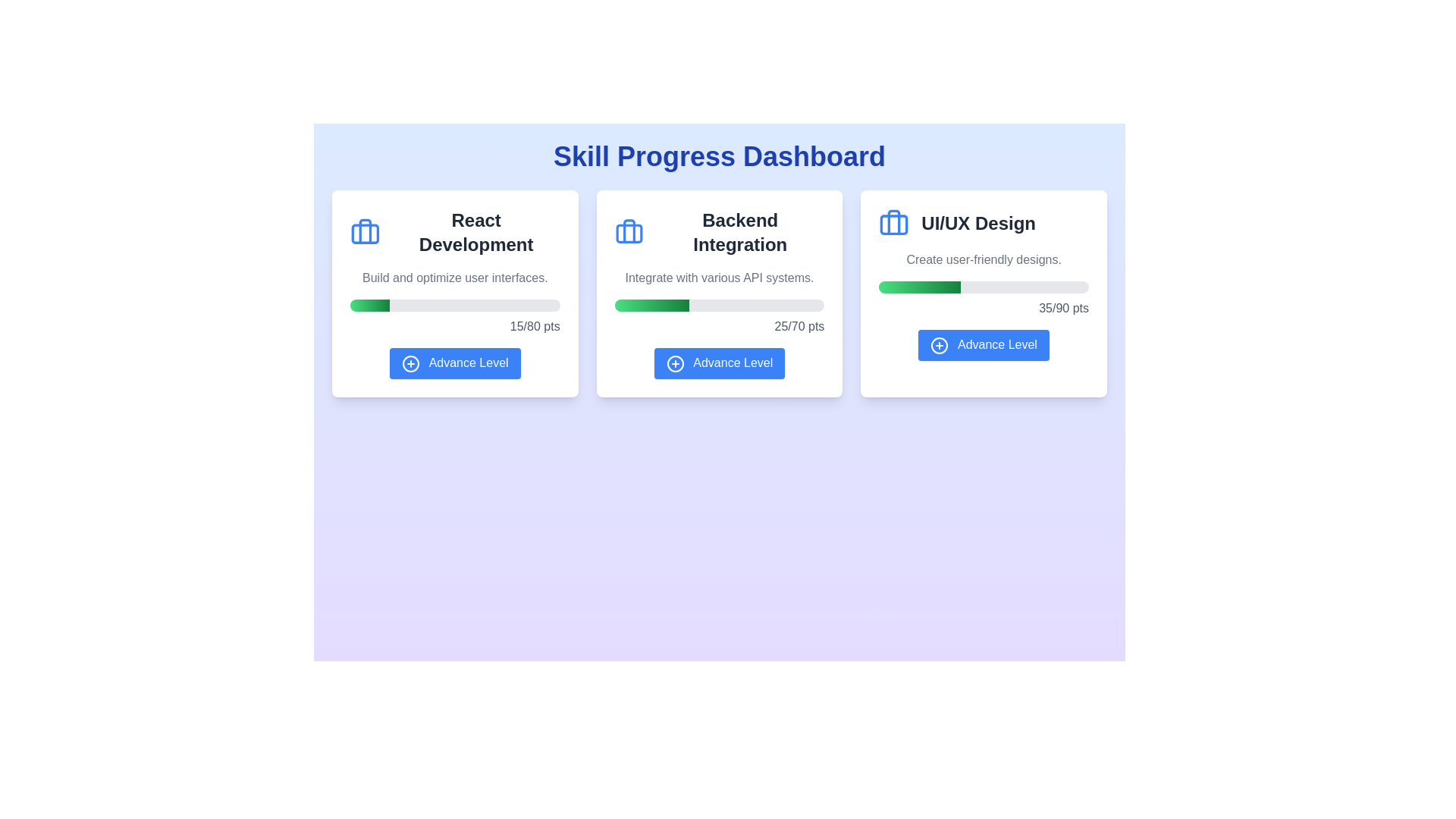 The height and width of the screenshot is (819, 1456). What do you see at coordinates (365, 233) in the screenshot?
I see `the briefcase icon located near the top-left corner of the 'React Development' card in the Skill Progress Dashboard, which symbolizes work-related skills or professional development` at bounding box center [365, 233].